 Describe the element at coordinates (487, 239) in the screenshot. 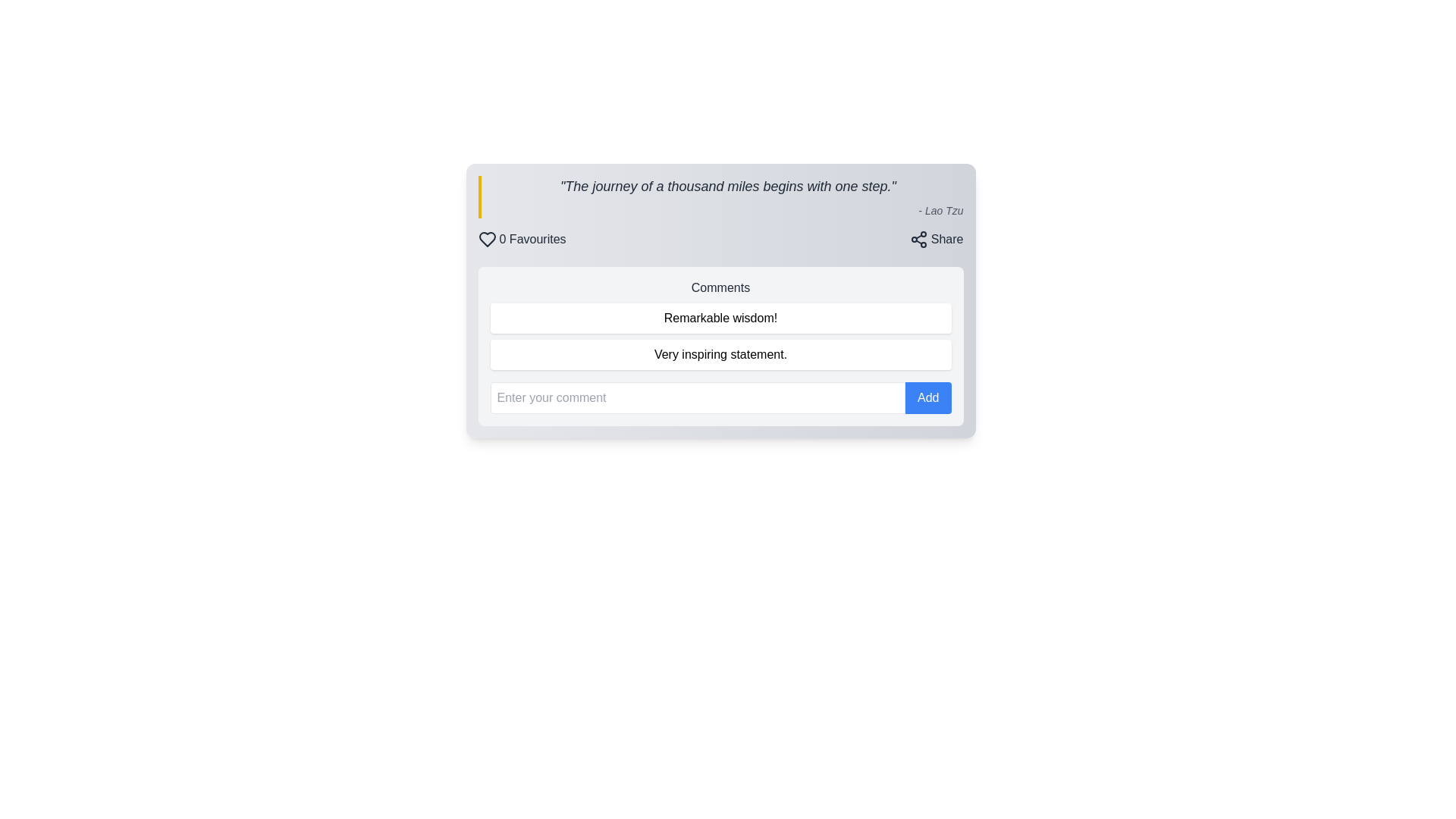

I see `the favorite icon located to the left of the '0 Favourites' text` at that location.